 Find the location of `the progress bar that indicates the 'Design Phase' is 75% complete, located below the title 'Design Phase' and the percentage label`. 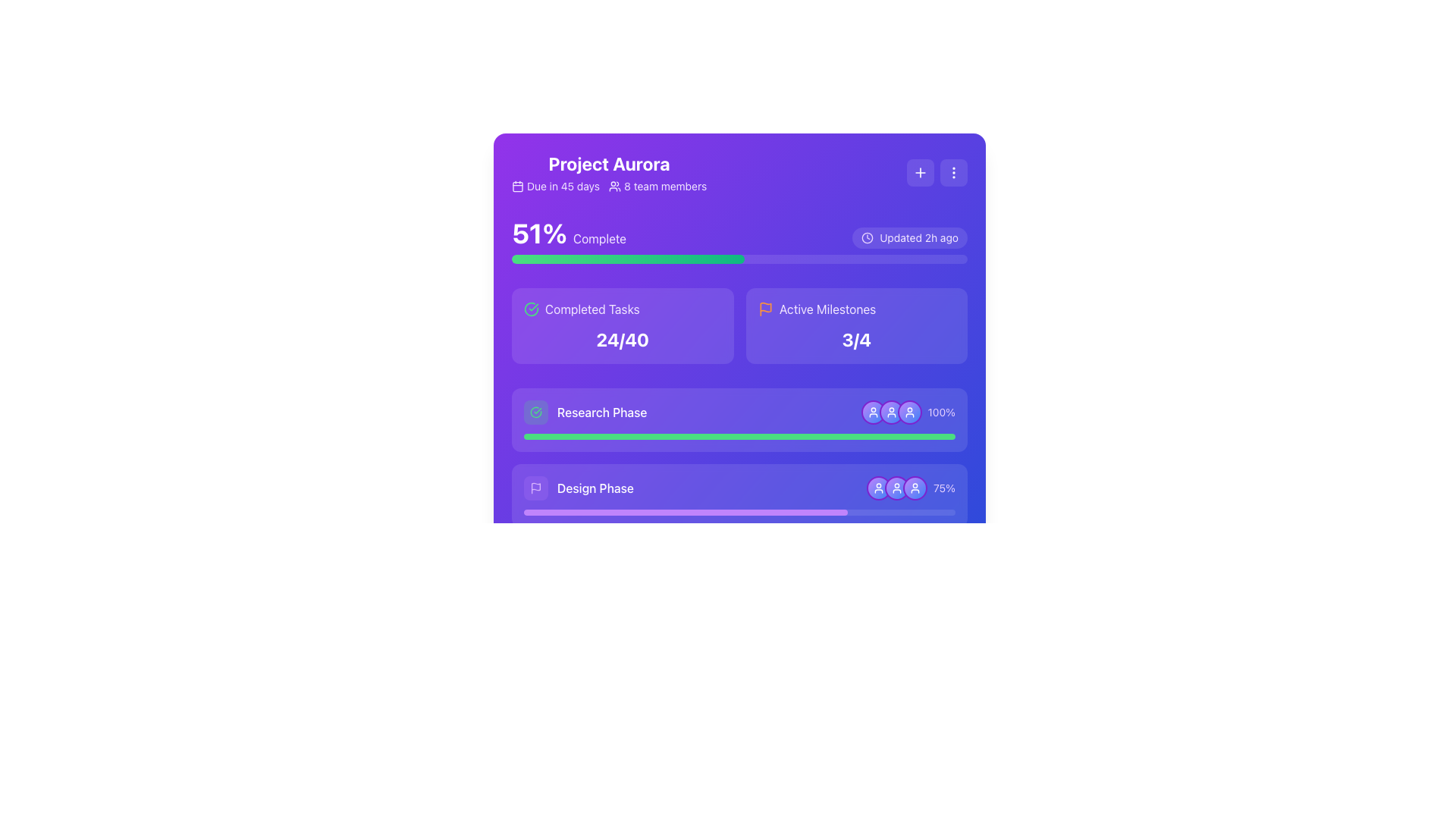

the progress bar that indicates the 'Design Phase' is 75% complete, located below the title 'Design Phase' and the percentage label is located at coordinates (739, 512).